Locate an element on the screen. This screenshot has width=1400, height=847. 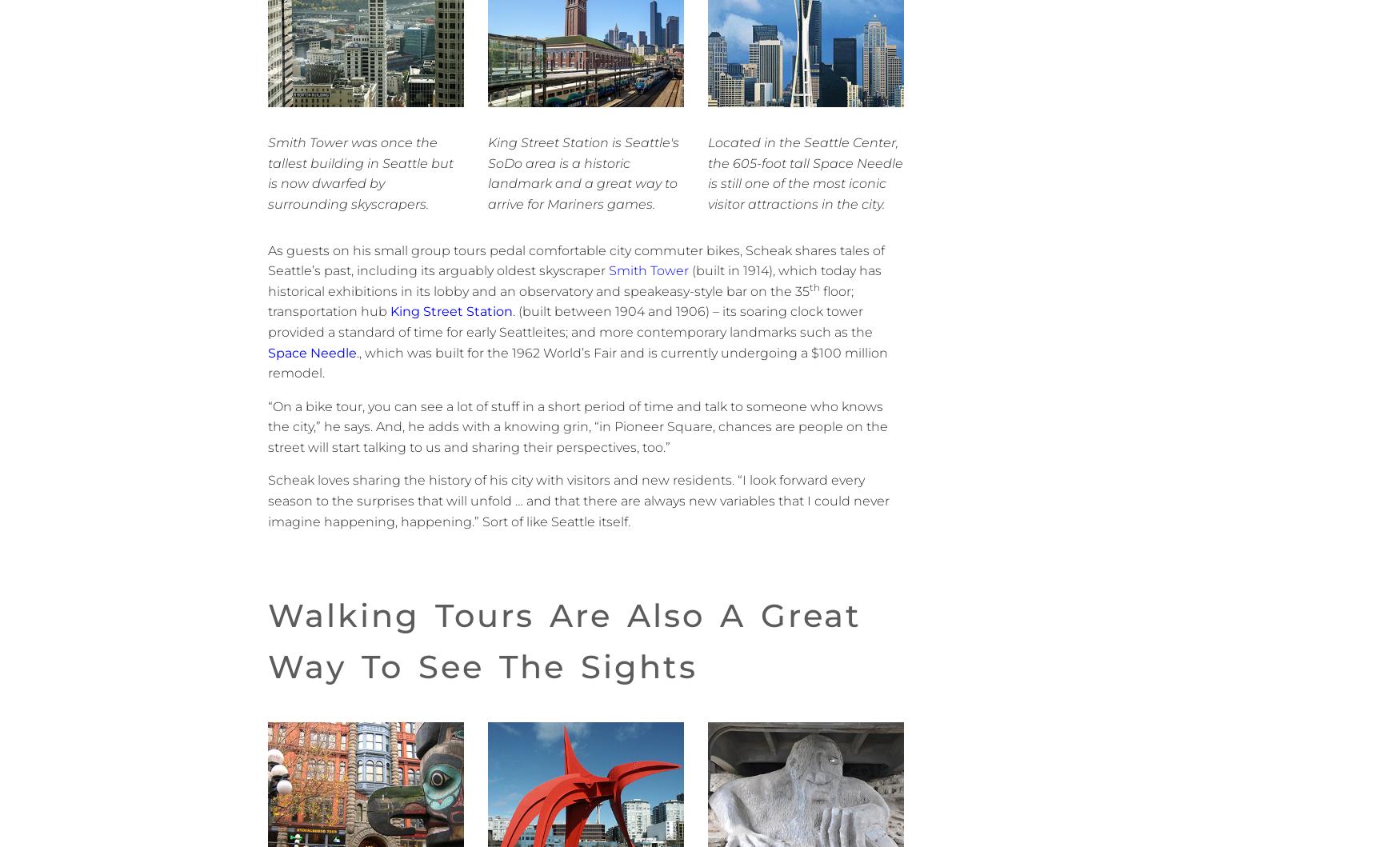
'(built in 1914), which today has historical exhibitions in its lobby and an observatory and speakeasy-style bar on the 35' is located at coordinates (574, 279).